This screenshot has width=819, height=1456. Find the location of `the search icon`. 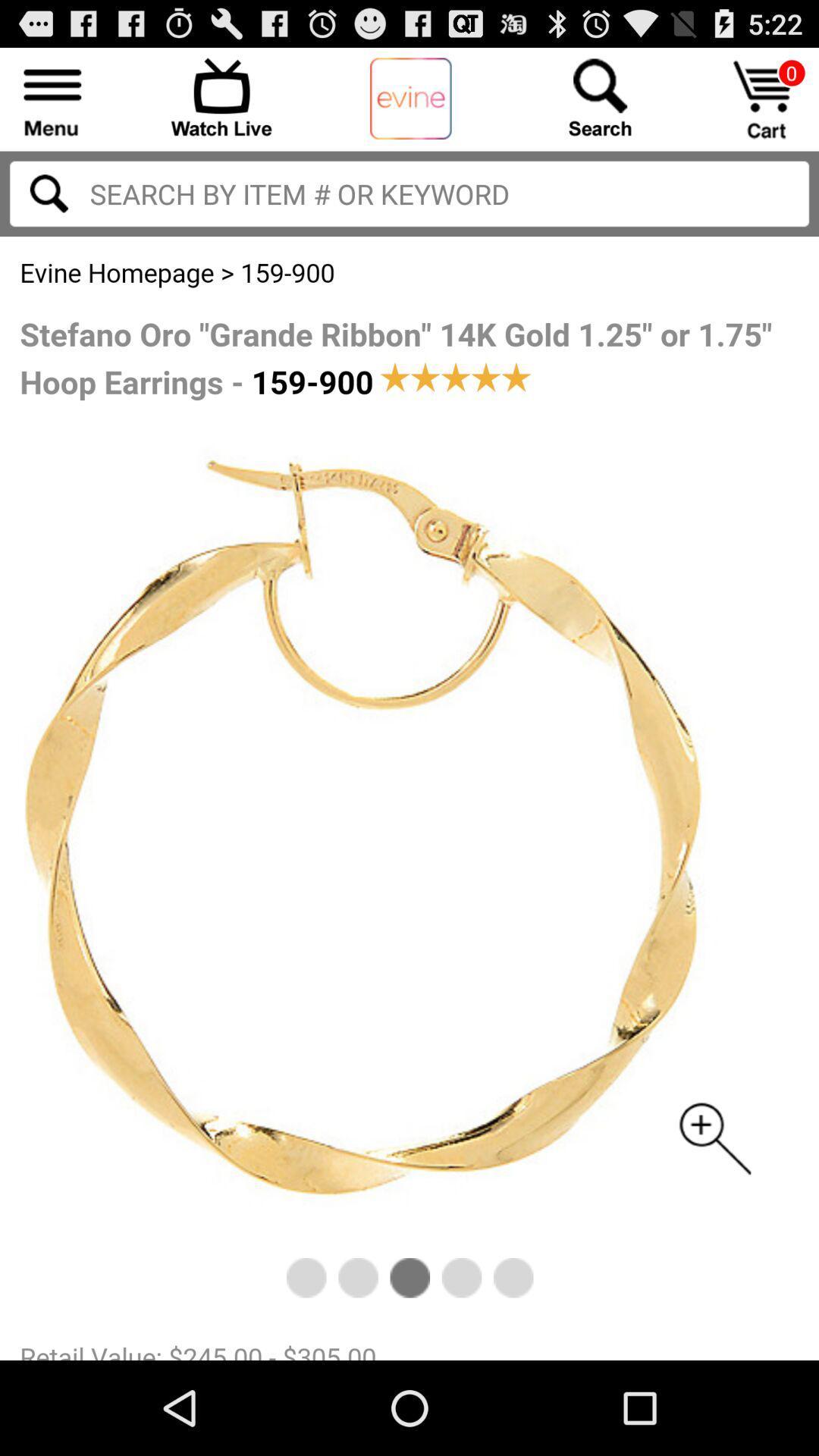

the search icon is located at coordinates (48, 206).